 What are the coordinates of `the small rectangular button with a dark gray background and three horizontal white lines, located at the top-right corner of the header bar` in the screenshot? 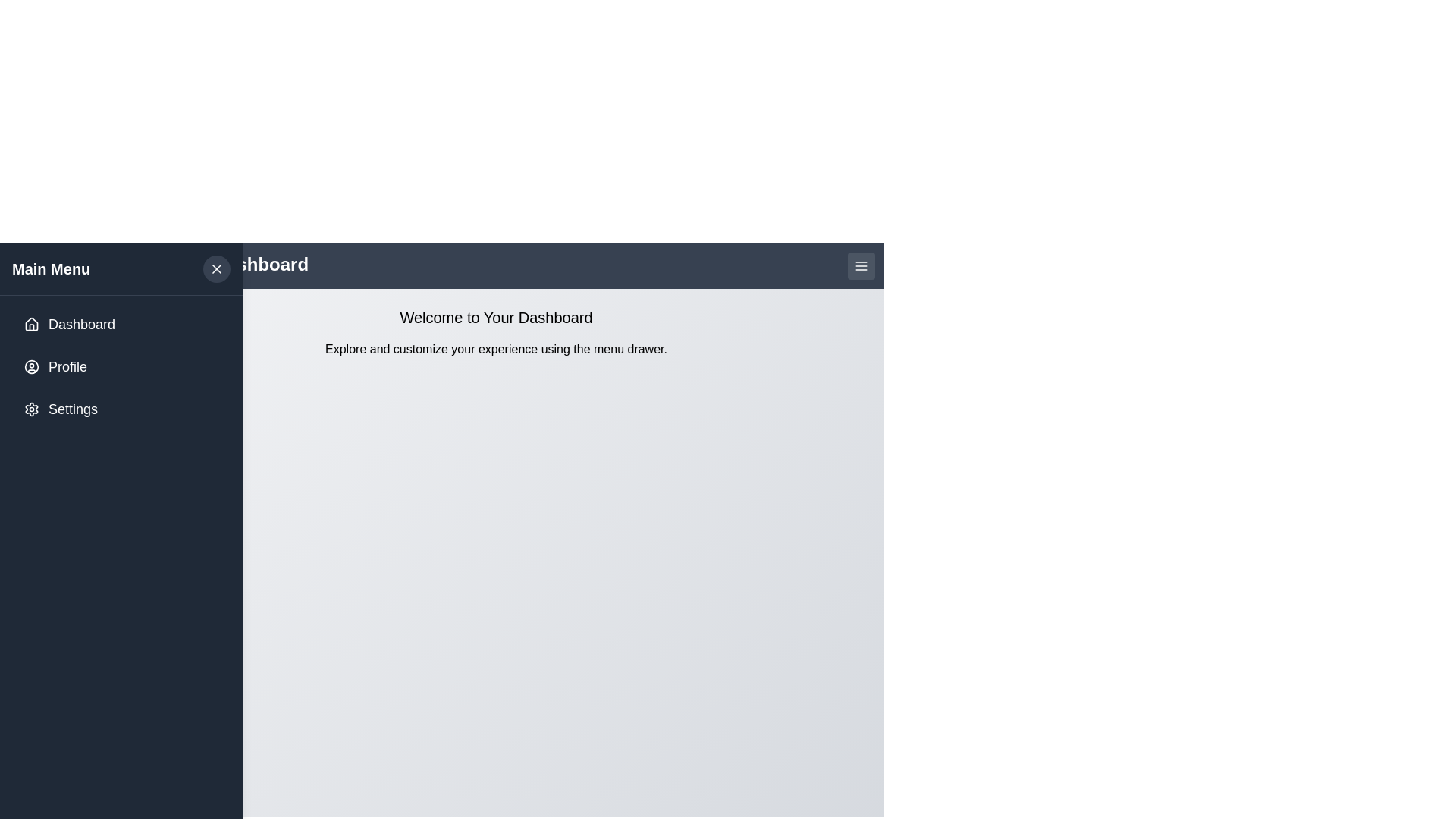 It's located at (861, 265).